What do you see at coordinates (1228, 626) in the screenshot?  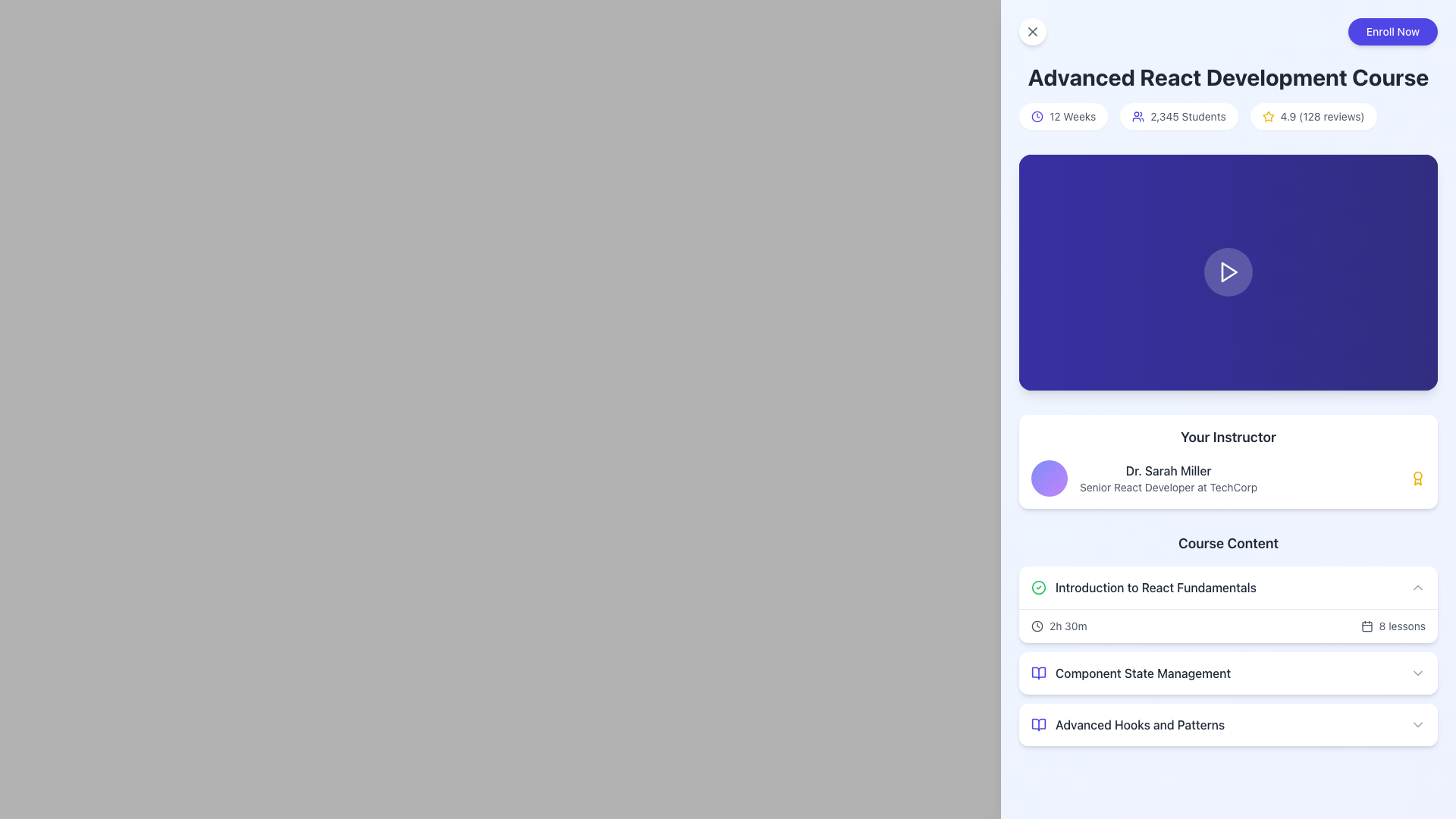 I see `information displayed in the Information Display section that shows course duration and lesson count, located under the 'Introduction to React Fundamentals' item` at bounding box center [1228, 626].